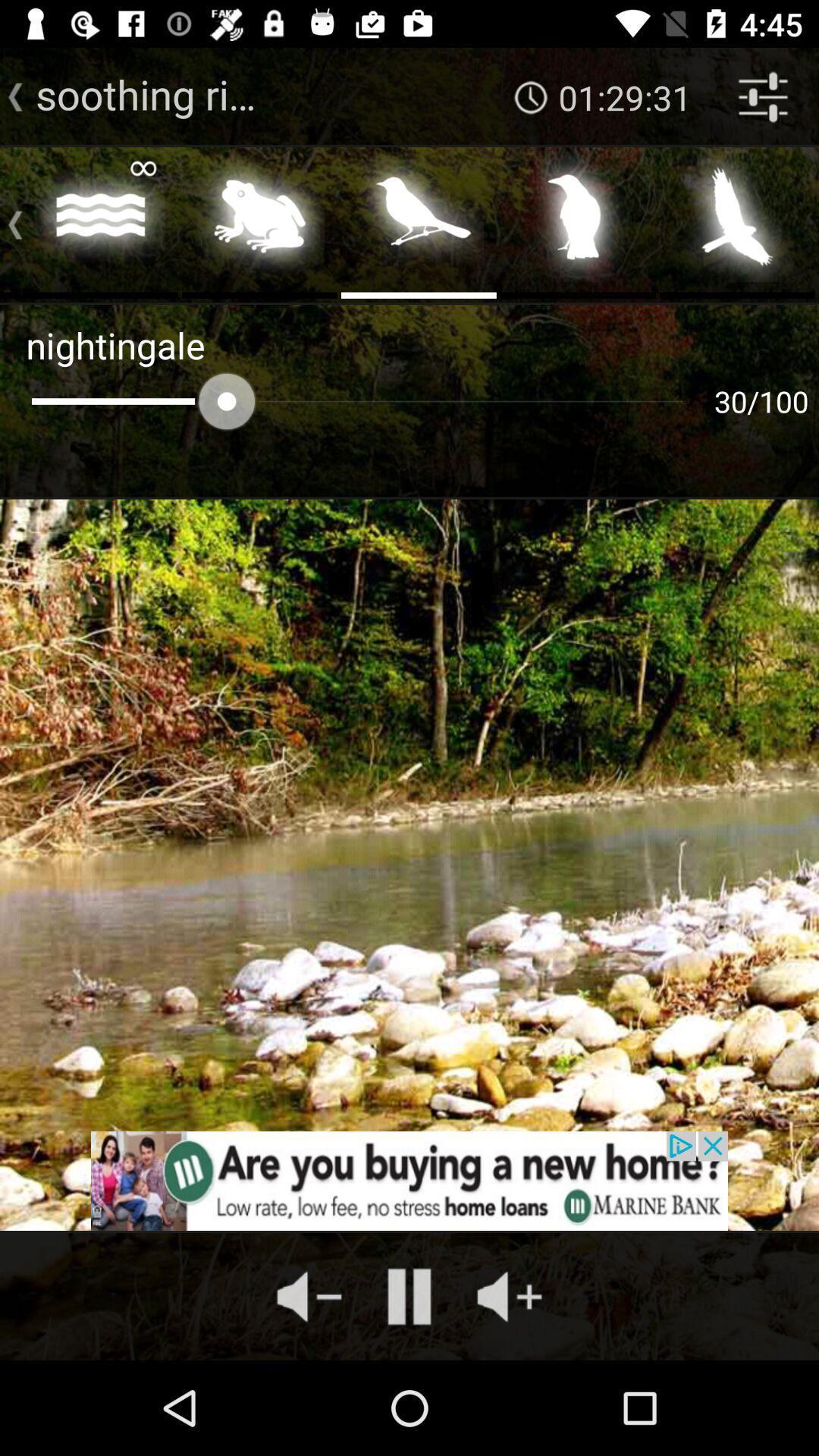  I want to click on change sounds, so click(578, 221).